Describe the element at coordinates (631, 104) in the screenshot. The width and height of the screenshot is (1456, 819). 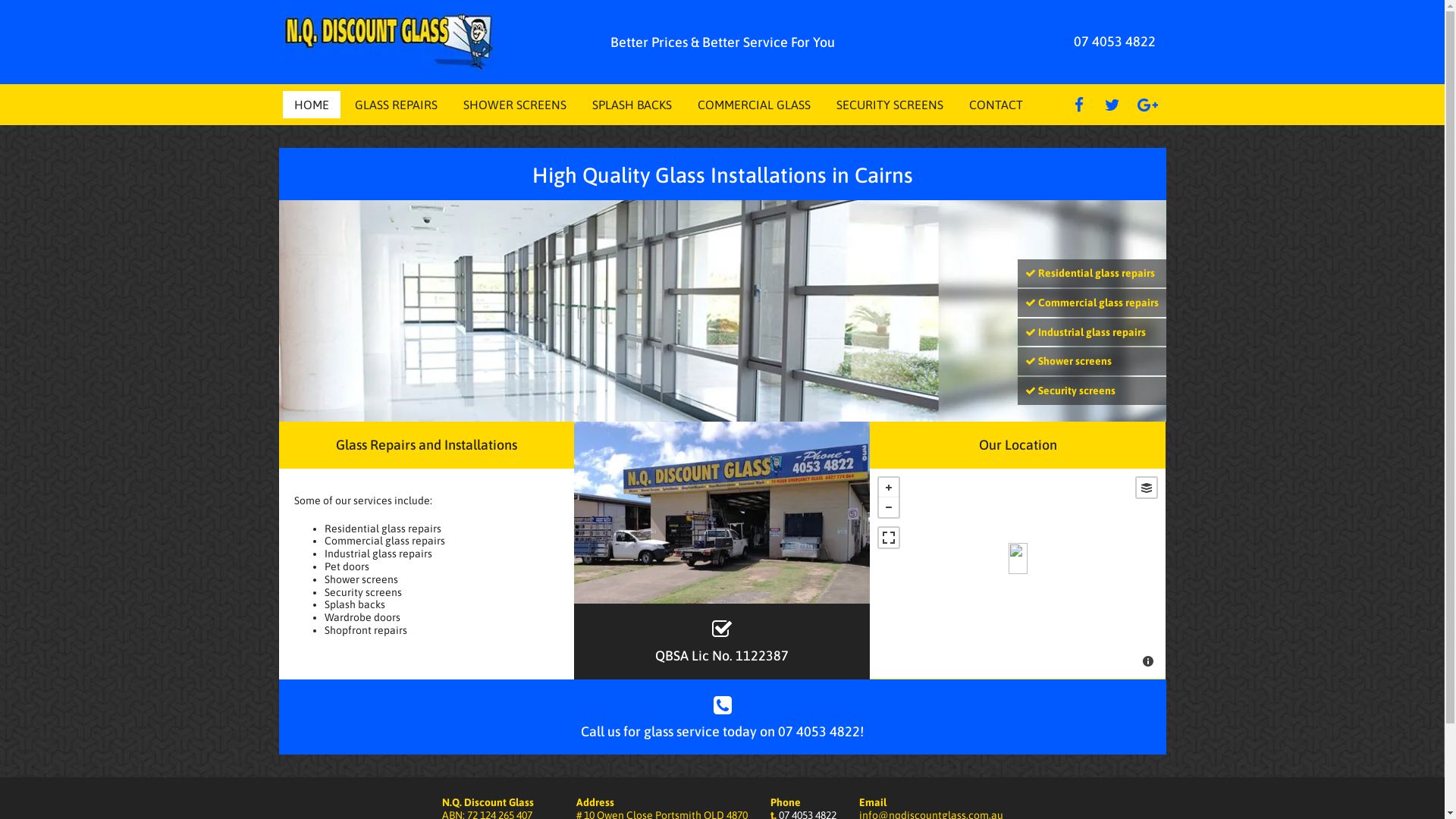
I see `'SPLASH BACKS'` at that location.